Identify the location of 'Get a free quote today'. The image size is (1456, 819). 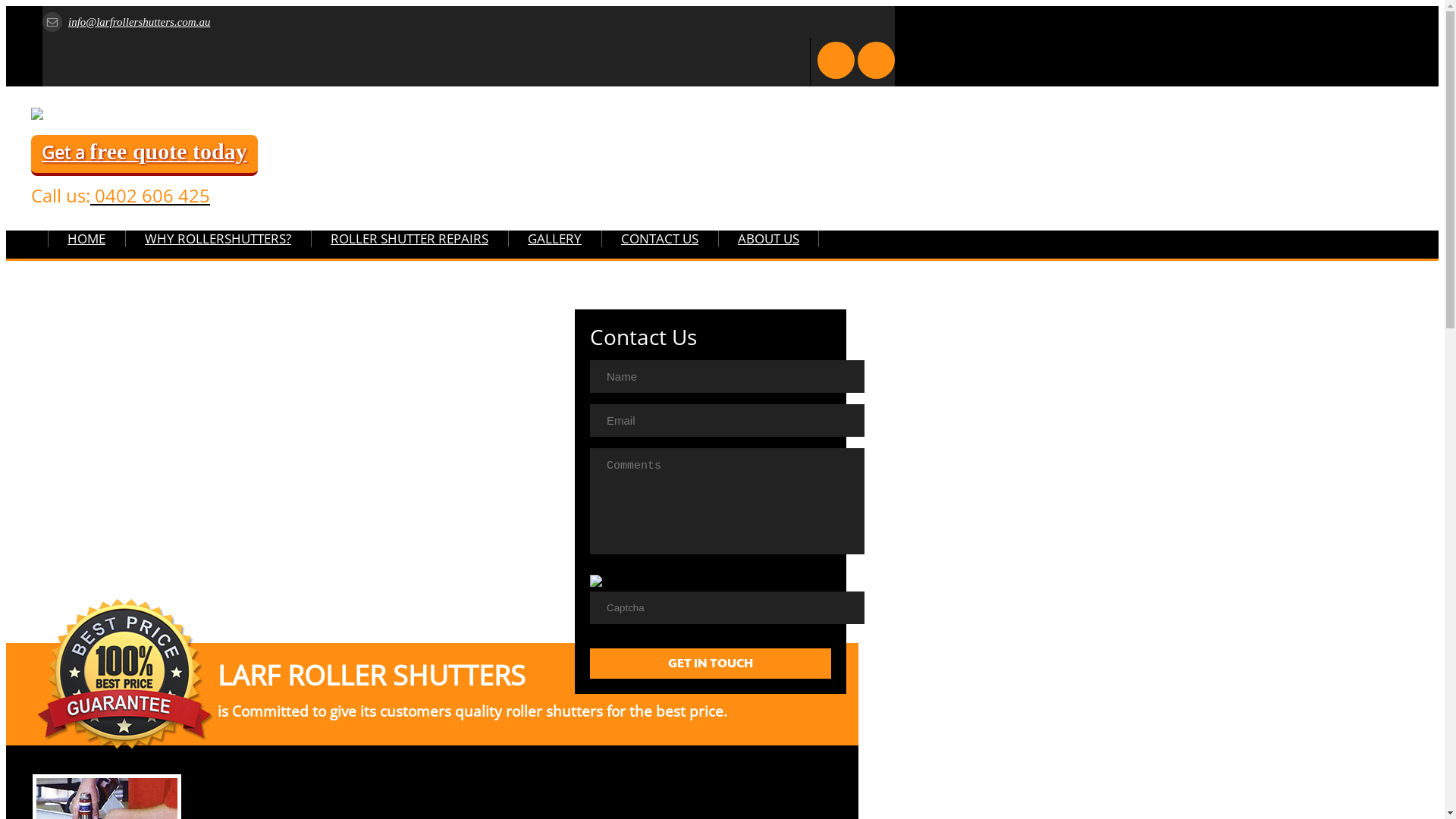
(144, 155).